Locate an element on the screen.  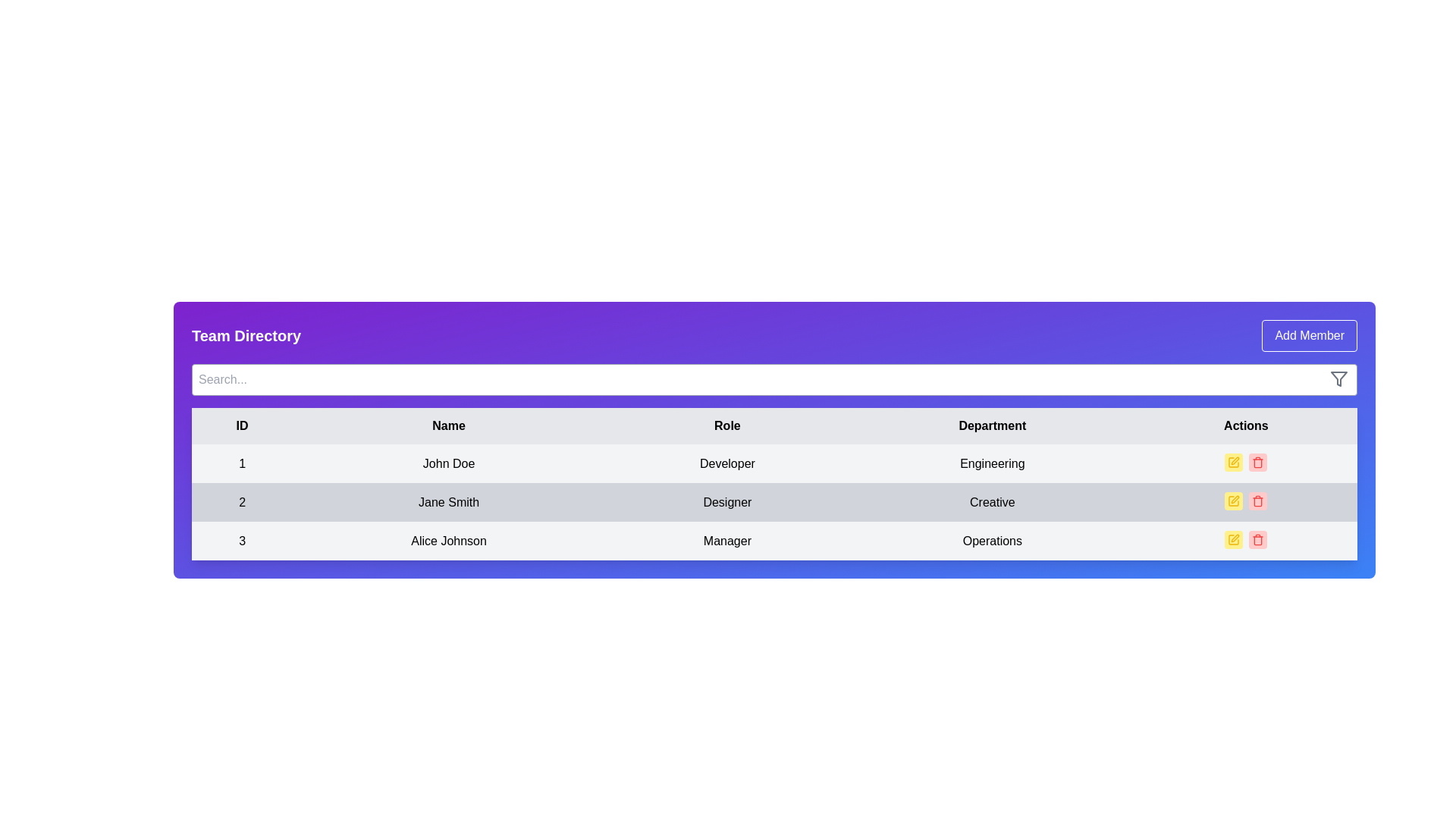
the edit button located in the rightmost section of the third row of the table, which is adjacent to the 'Operations' department and to the left of the red delete button, to initiate edit mode is located at coordinates (1234, 539).